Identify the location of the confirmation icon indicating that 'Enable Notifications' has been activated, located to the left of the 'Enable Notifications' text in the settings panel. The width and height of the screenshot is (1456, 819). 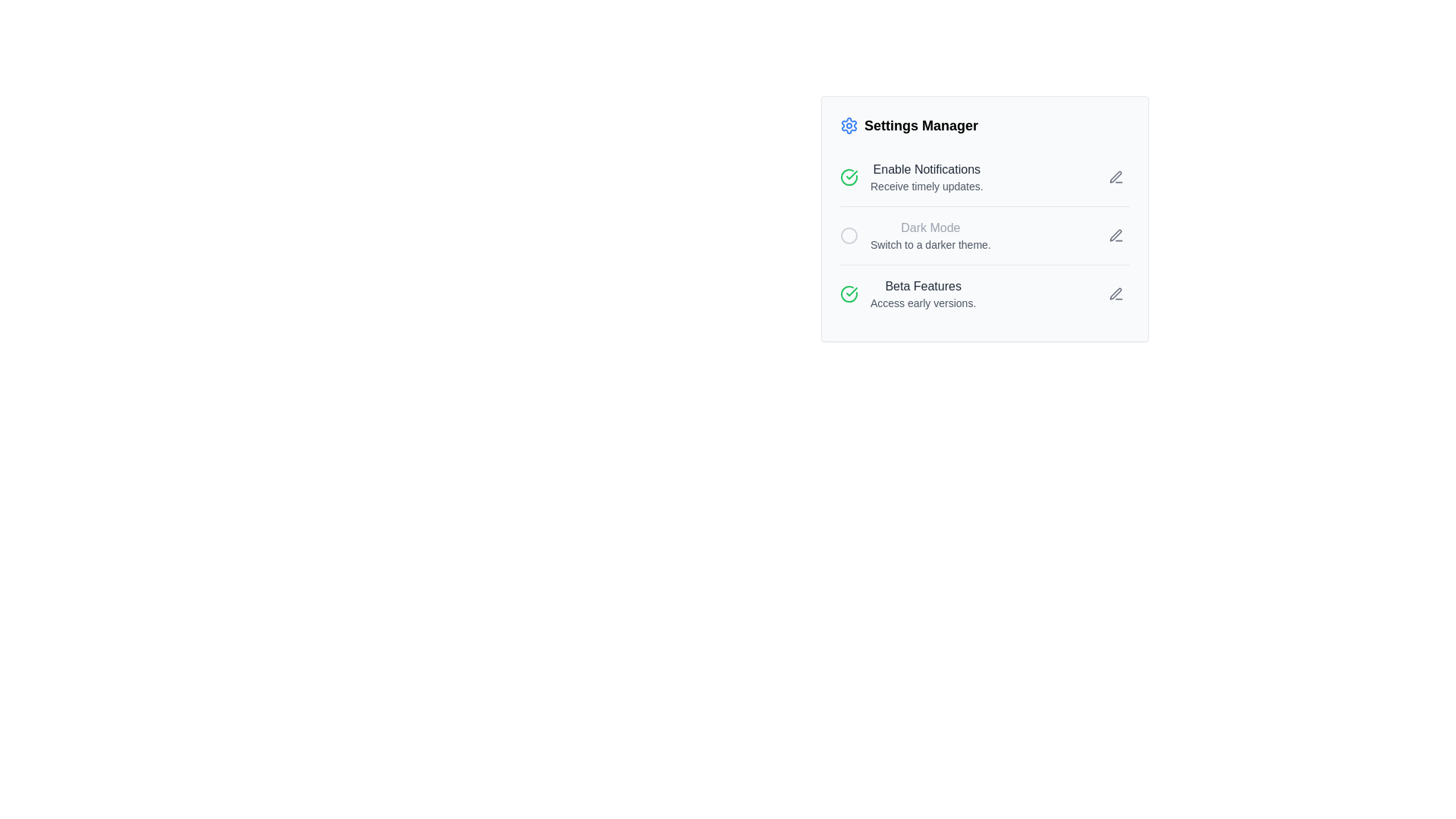
(848, 294).